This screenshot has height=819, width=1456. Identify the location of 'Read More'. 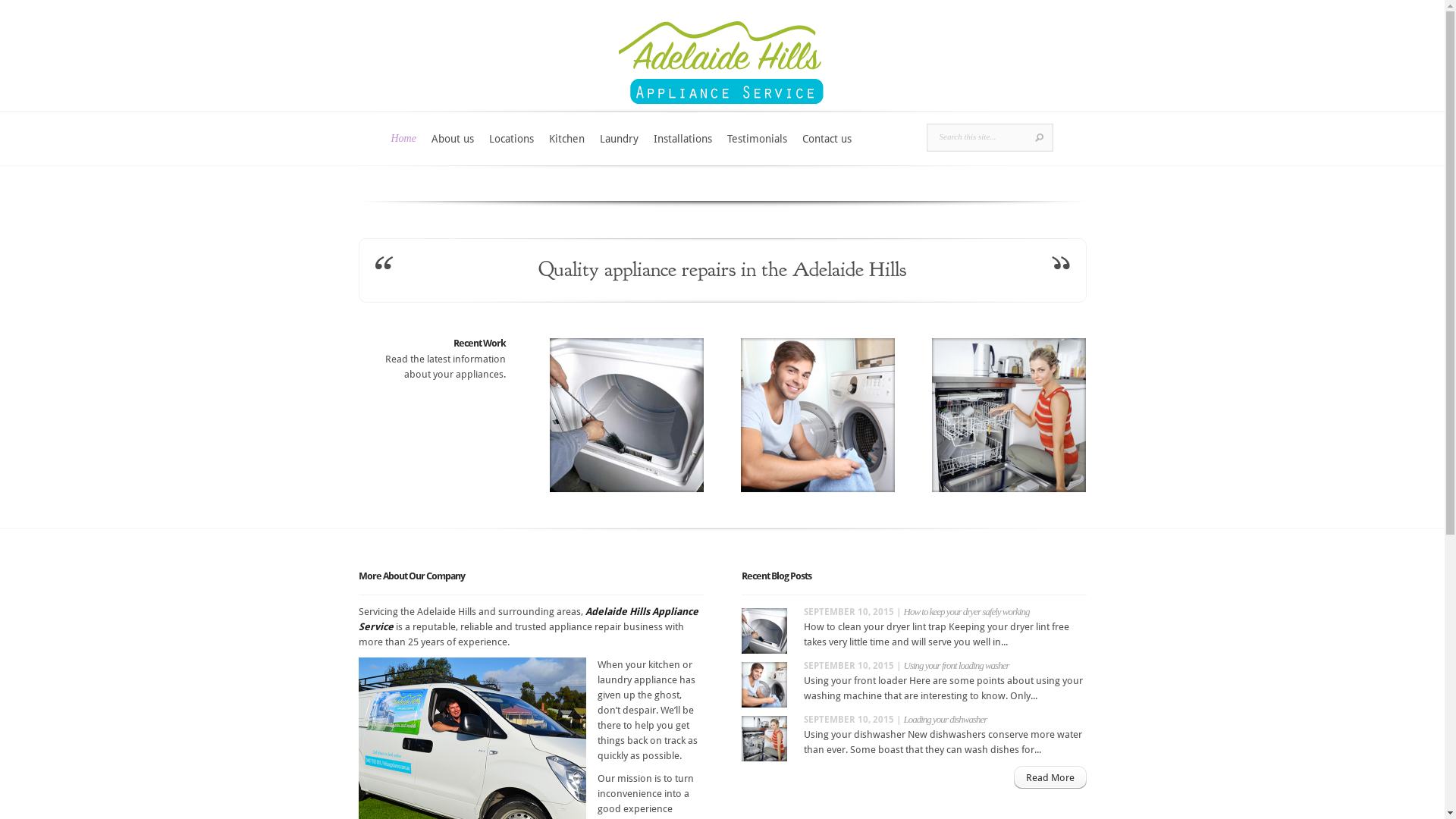
(1048, 777).